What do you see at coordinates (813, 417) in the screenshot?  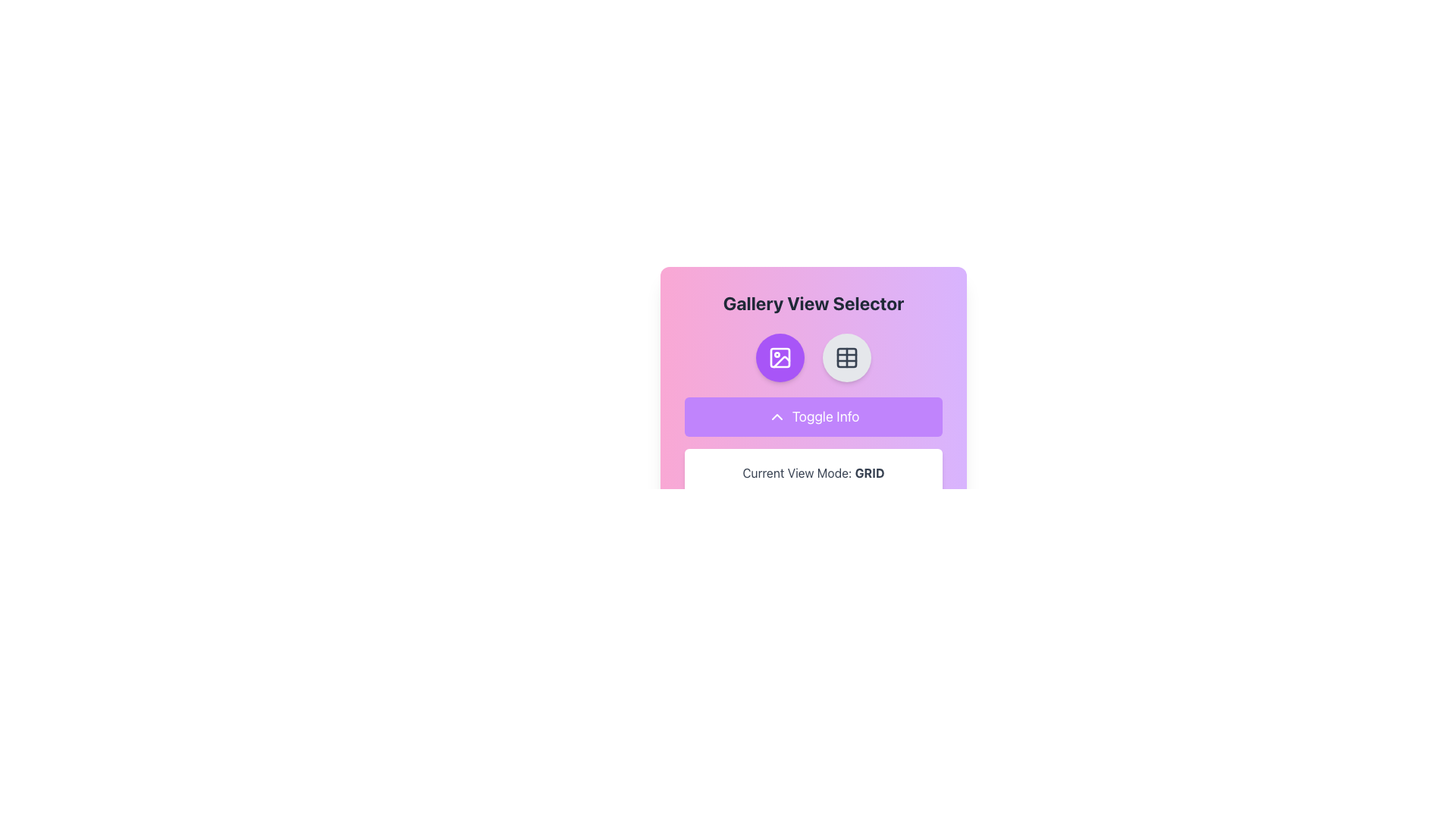 I see `the toggle button located below the circular image and table view mode selector buttons` at bounding box center [813, 417].